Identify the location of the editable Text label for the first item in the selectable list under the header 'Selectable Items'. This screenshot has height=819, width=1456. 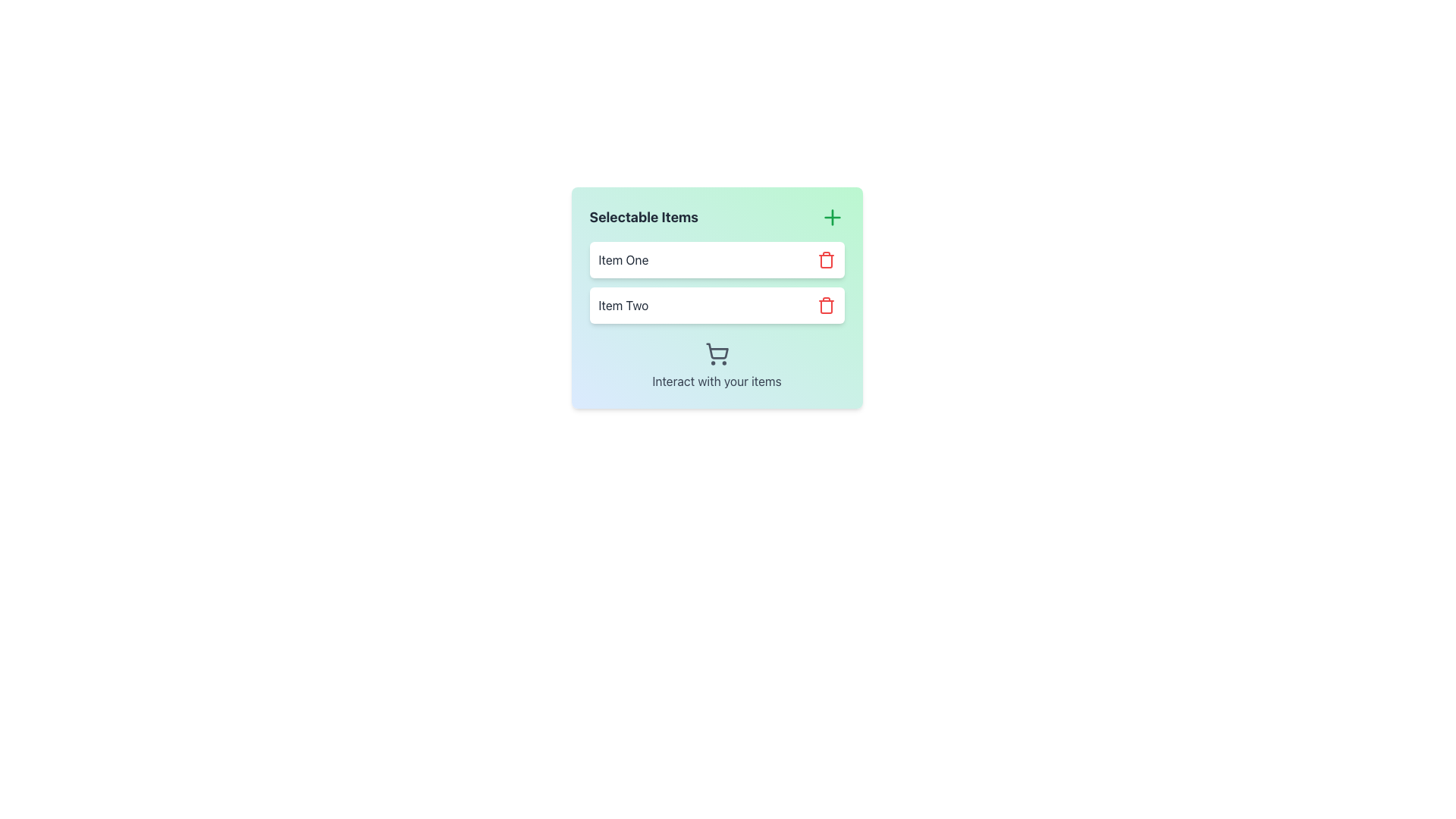
(623, 259).